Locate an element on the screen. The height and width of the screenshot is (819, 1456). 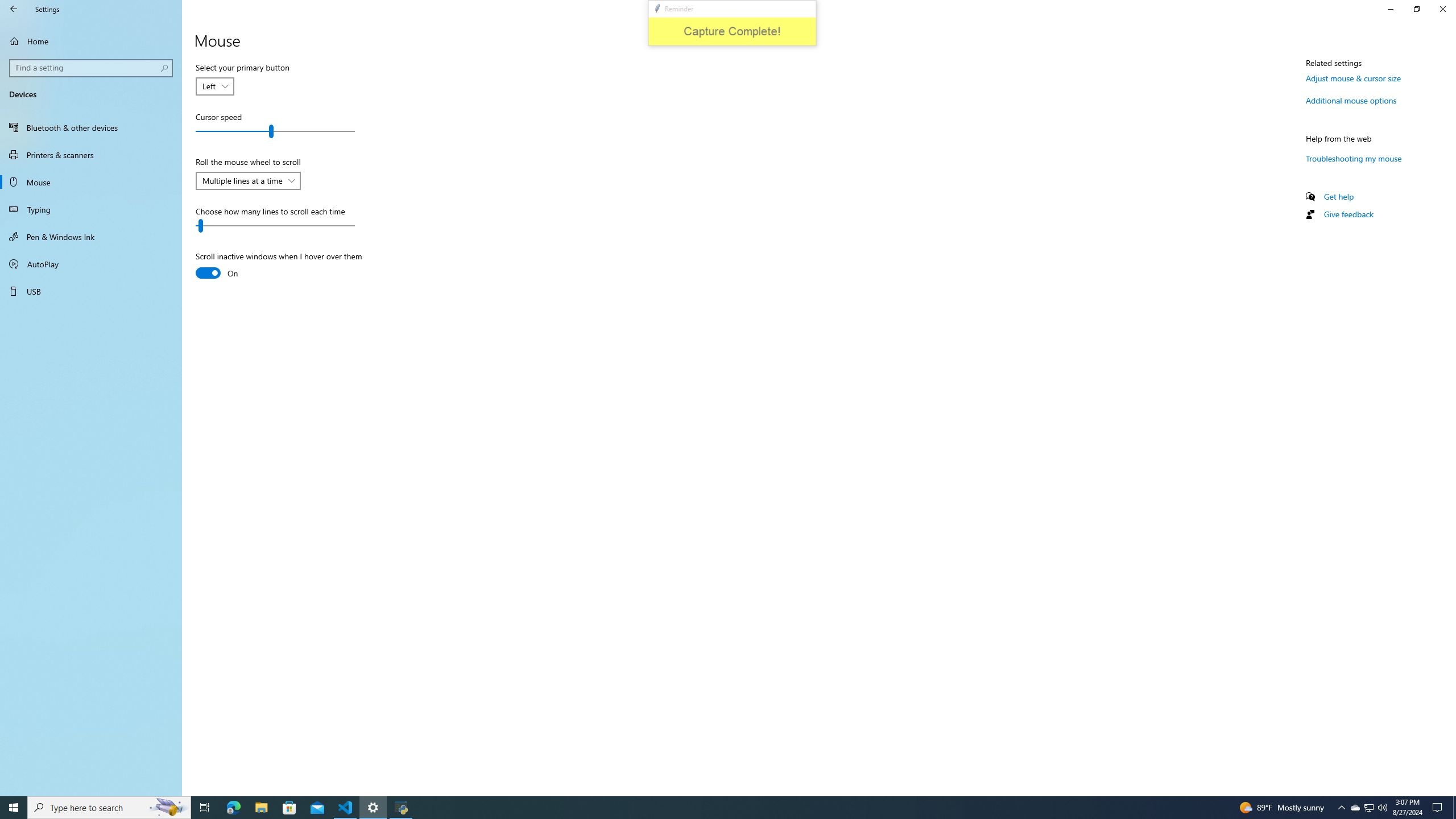
'Microsoft Store' is located at coordinates (289, 806).